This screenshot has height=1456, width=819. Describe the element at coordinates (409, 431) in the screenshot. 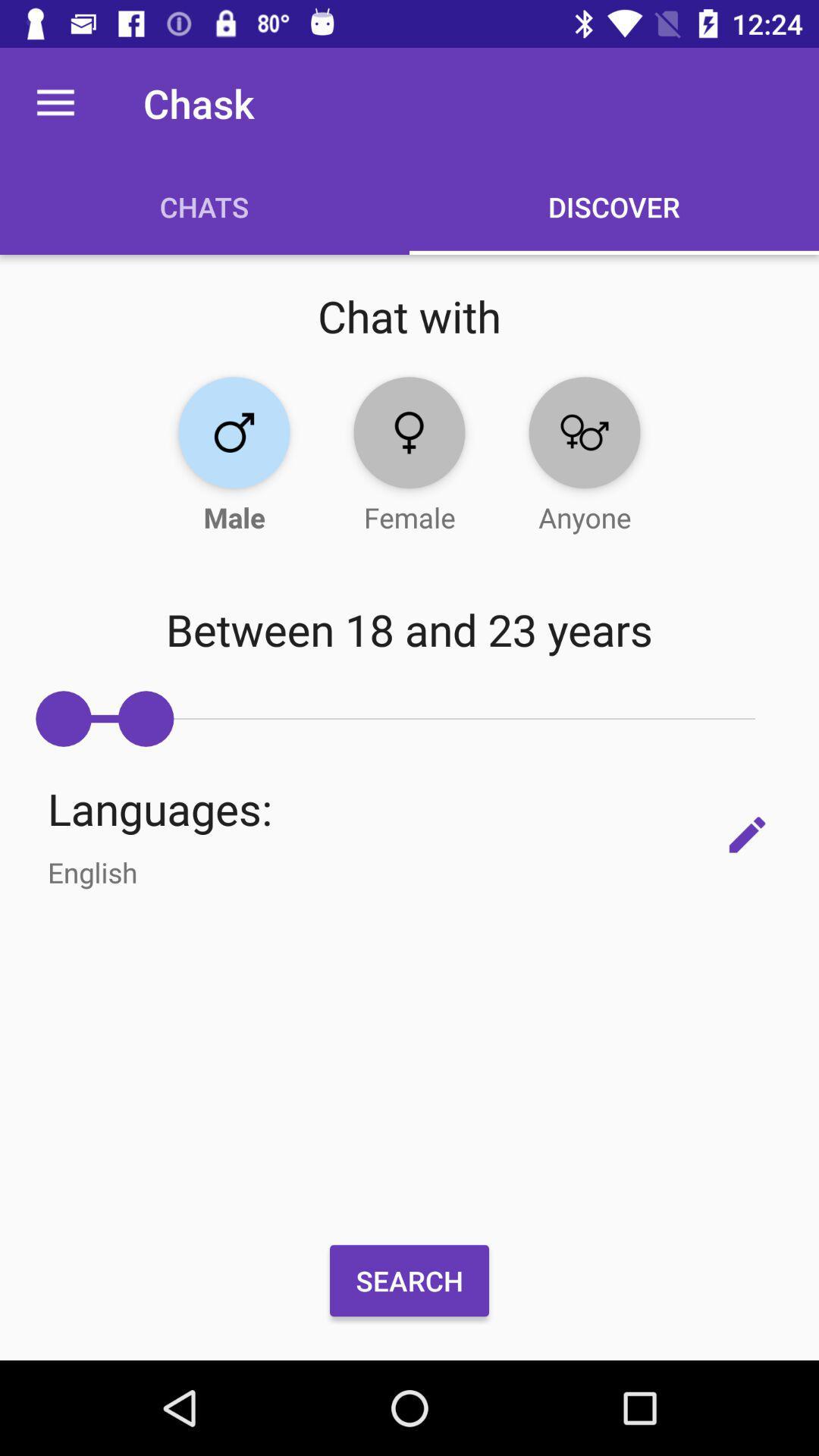

I see `the location icon` at that location.